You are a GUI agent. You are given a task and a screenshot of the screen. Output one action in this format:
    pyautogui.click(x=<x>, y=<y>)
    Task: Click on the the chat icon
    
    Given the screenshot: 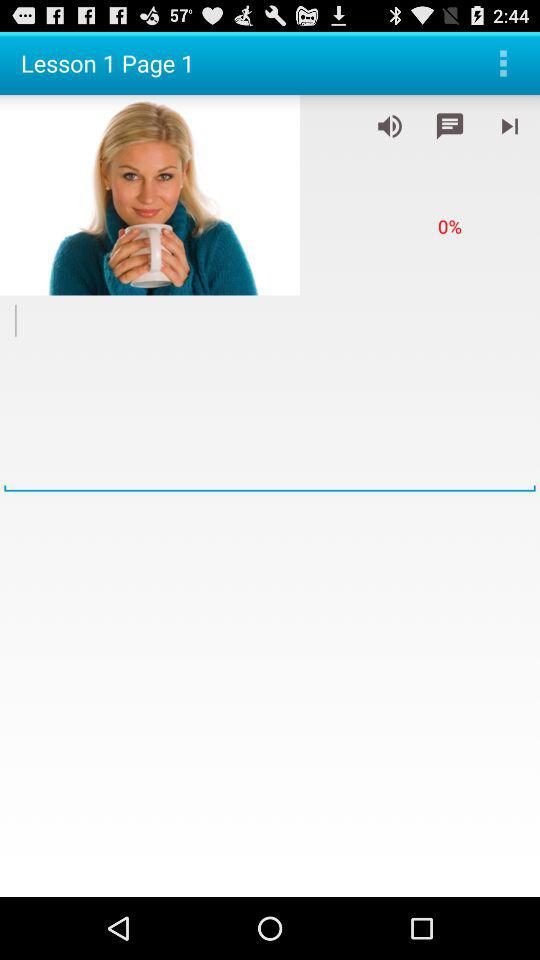 What is the action you would take?
    pyautogui.click(x=449, y=133)
    